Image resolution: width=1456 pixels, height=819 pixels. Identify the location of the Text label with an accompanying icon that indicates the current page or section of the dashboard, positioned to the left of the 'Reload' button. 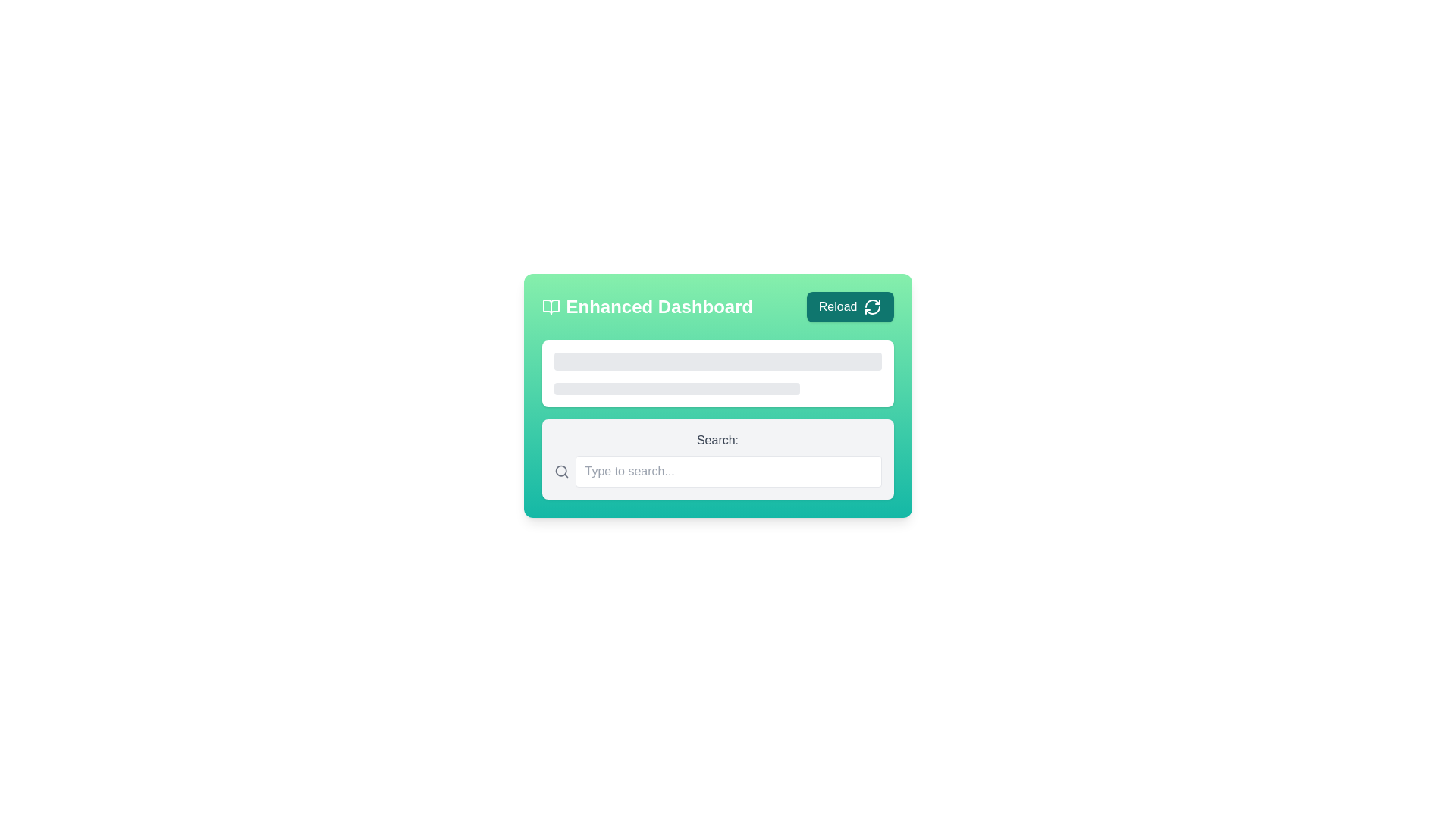
(647, 307).